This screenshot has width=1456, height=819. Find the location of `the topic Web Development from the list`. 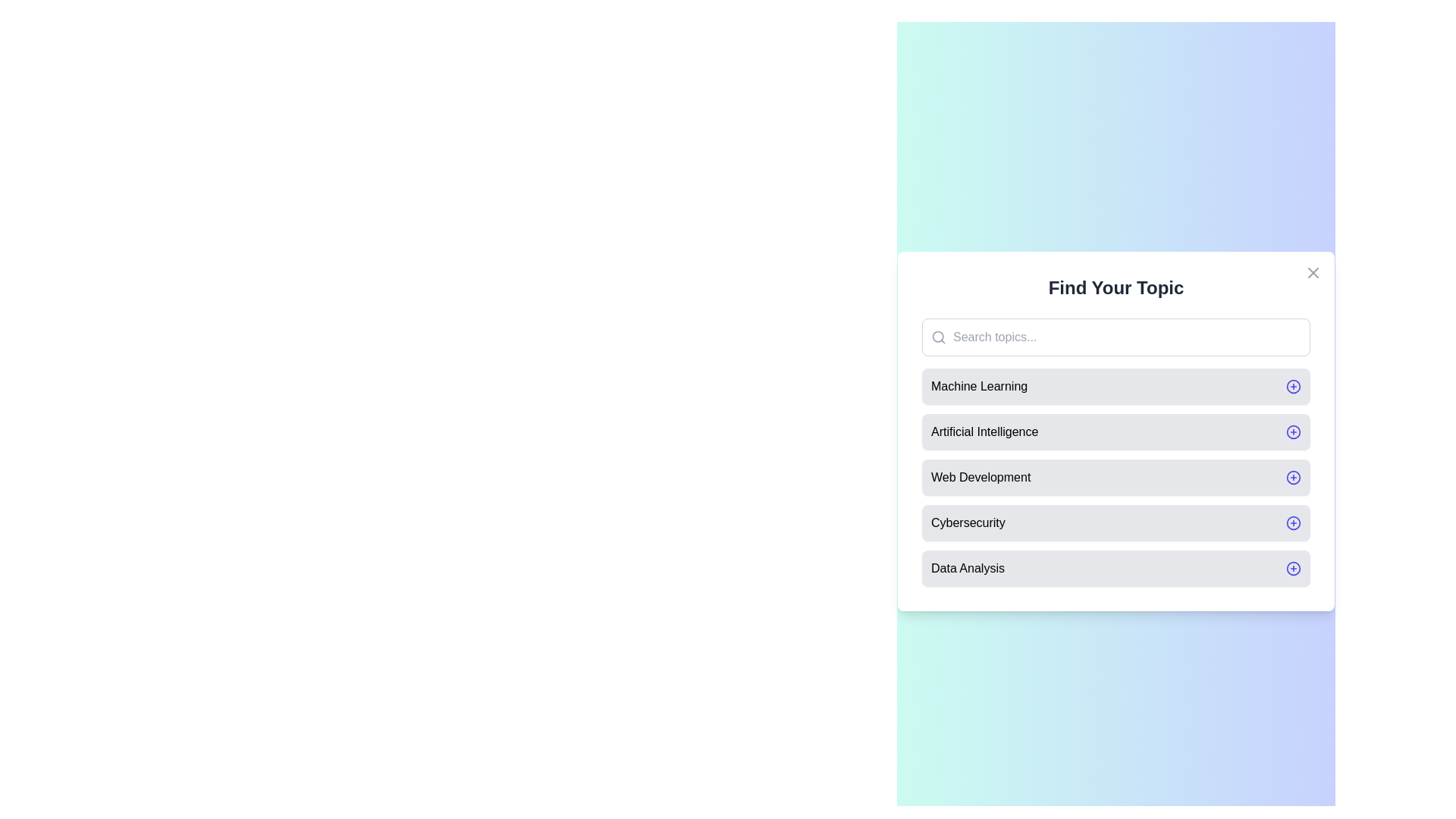

the topic Web Development from the list is located at coordinates (1116, 476).